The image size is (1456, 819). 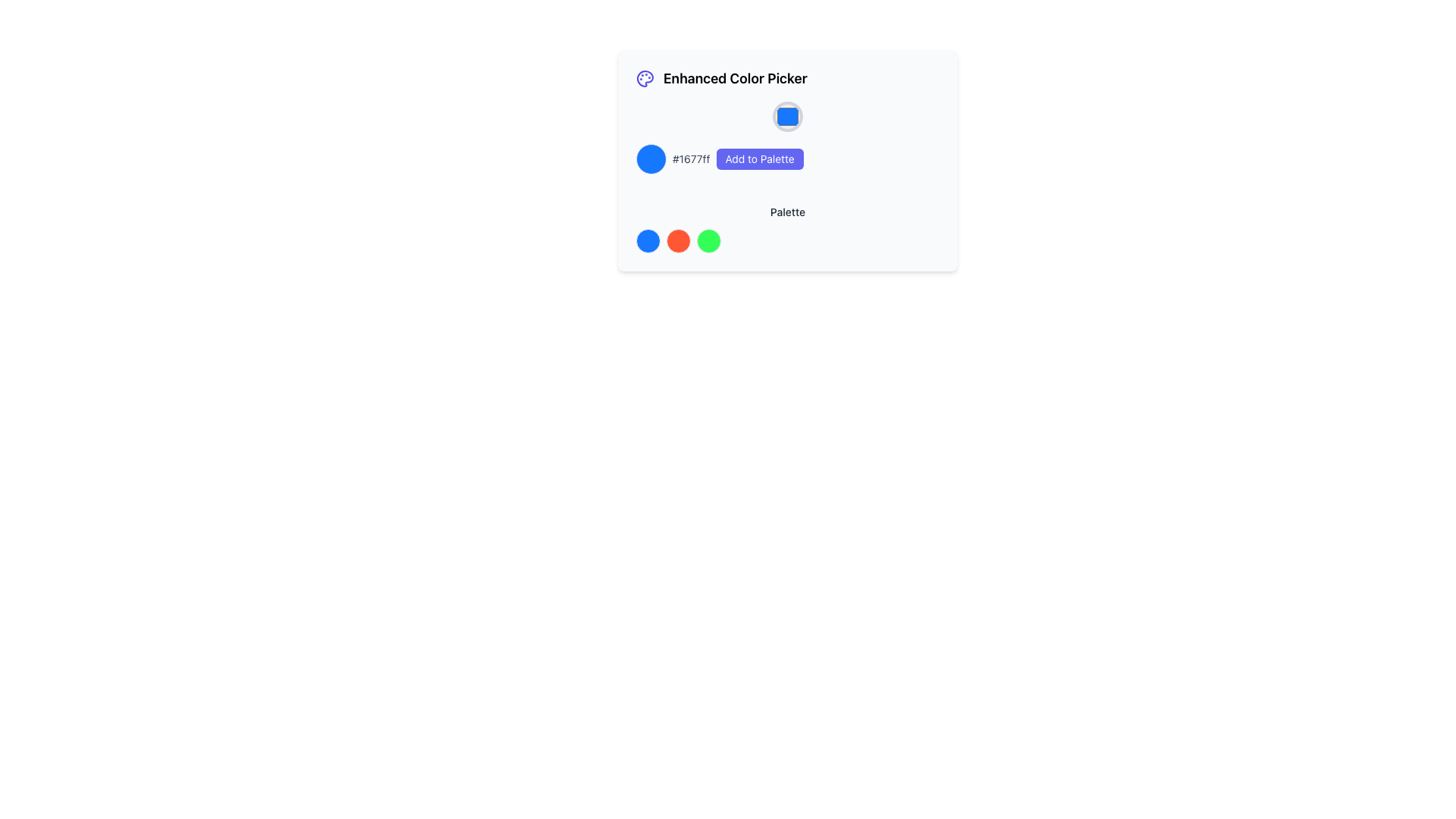 I want to click on the Text Label displaying the hexadecimal value of the color blue, which is positioned to the right of the blue color swatch and left of the 'Add to Palette' button, so click(x=690, y=158).